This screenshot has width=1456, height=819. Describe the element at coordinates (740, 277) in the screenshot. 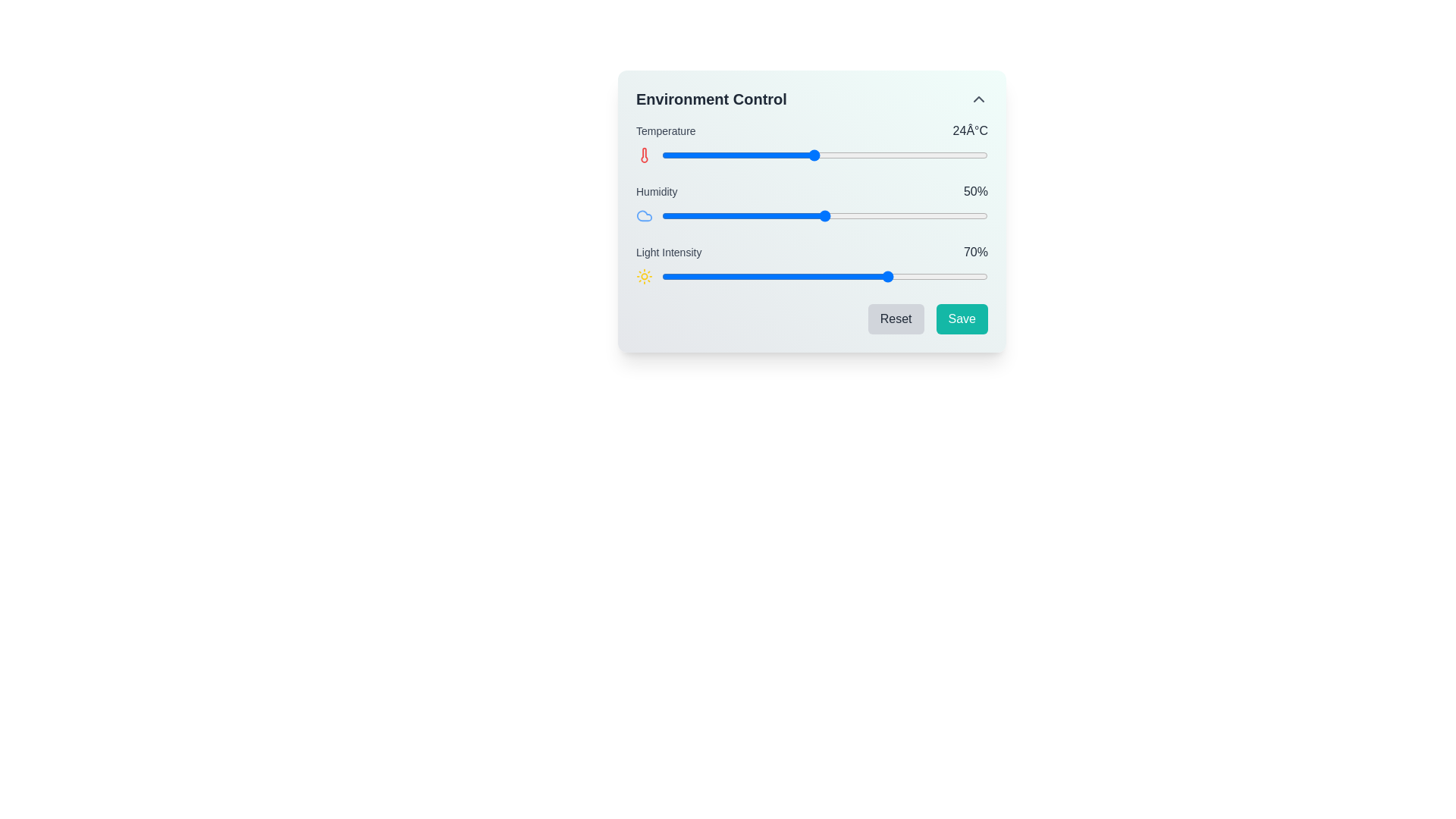

I see `the light intensity` at that location.